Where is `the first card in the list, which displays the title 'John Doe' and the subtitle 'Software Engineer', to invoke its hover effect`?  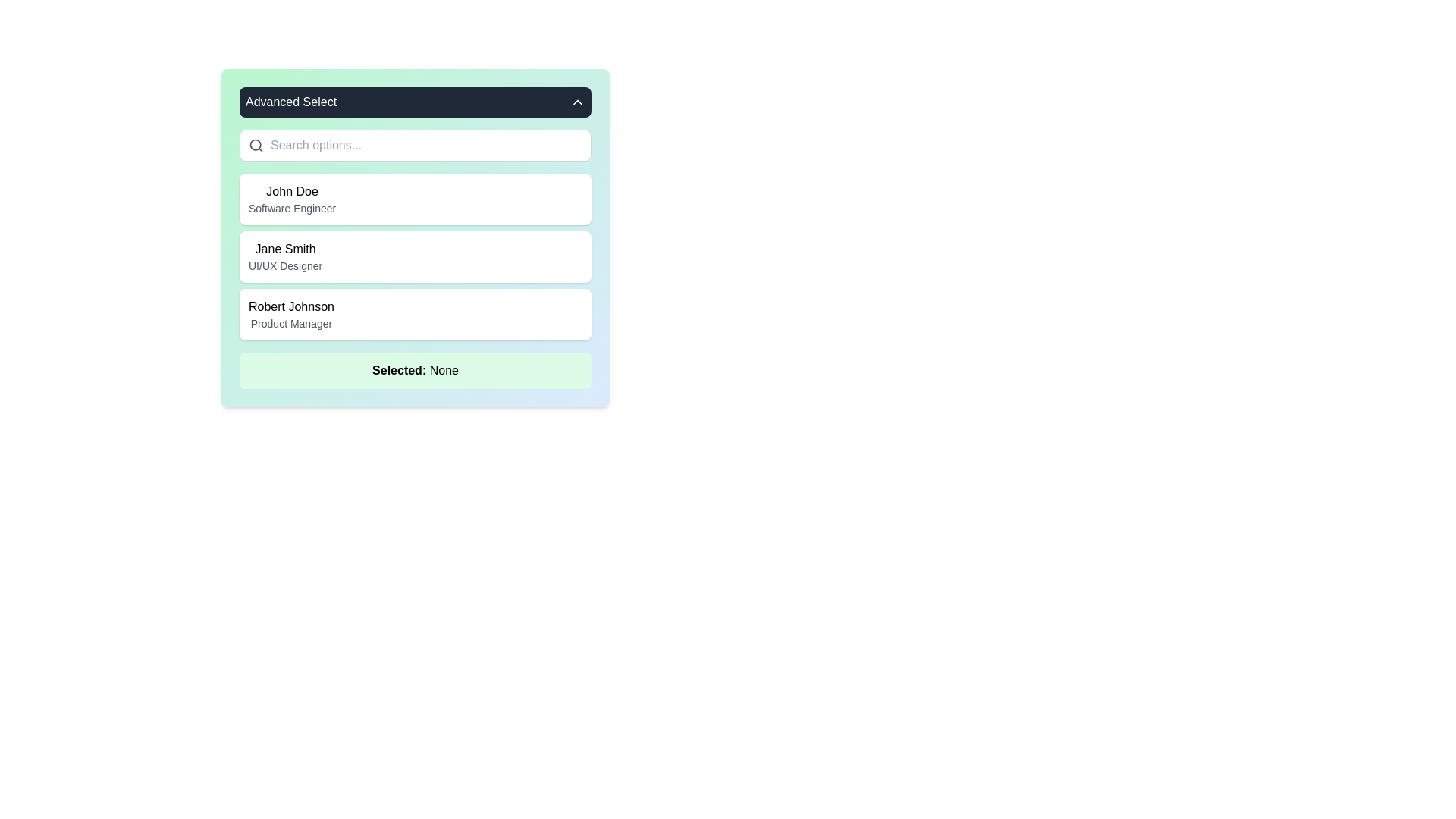 the first card in the list, which displays the title 'John Doe' and the subtitle 'Software Engineer', to invoke its hover effect is located at coordinates (415, 198).